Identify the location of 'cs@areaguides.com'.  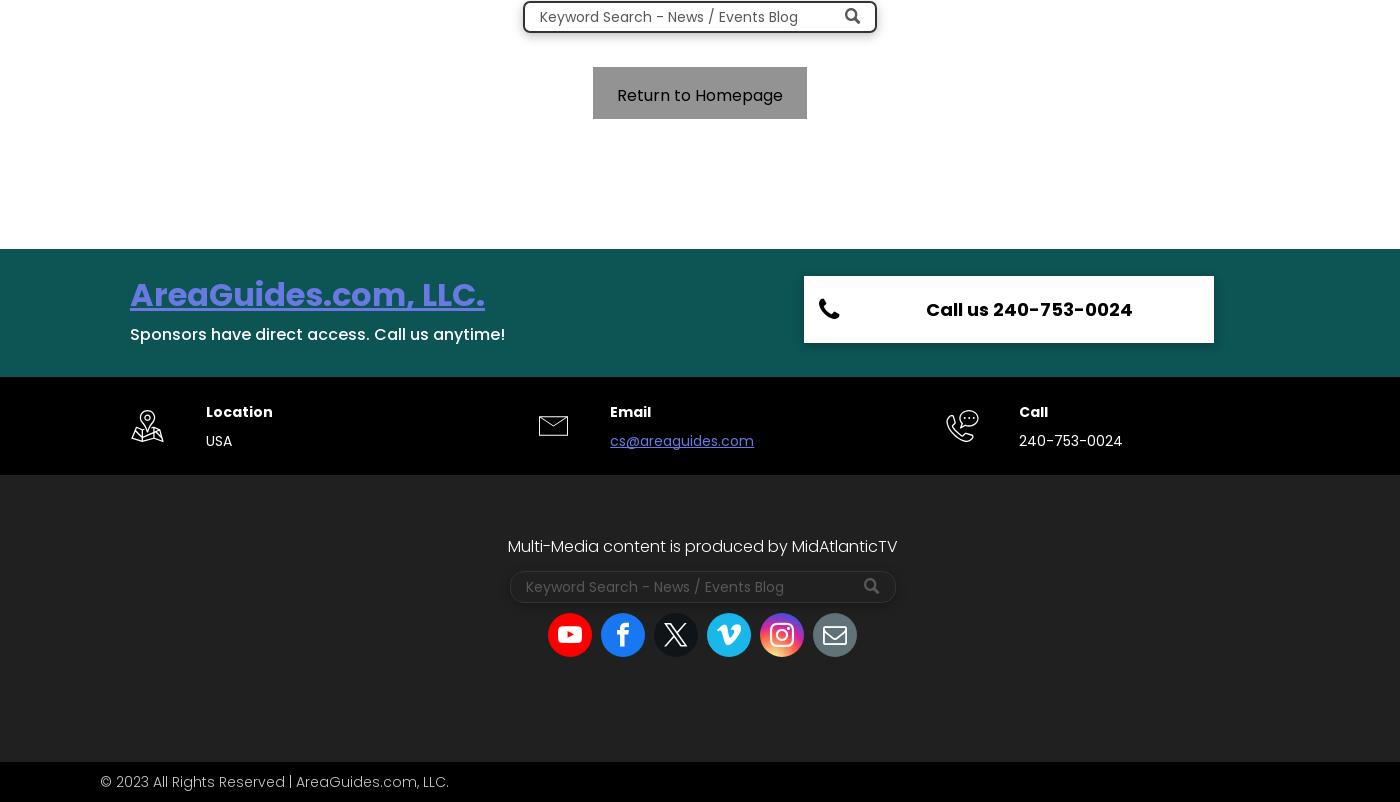
(681, 441).